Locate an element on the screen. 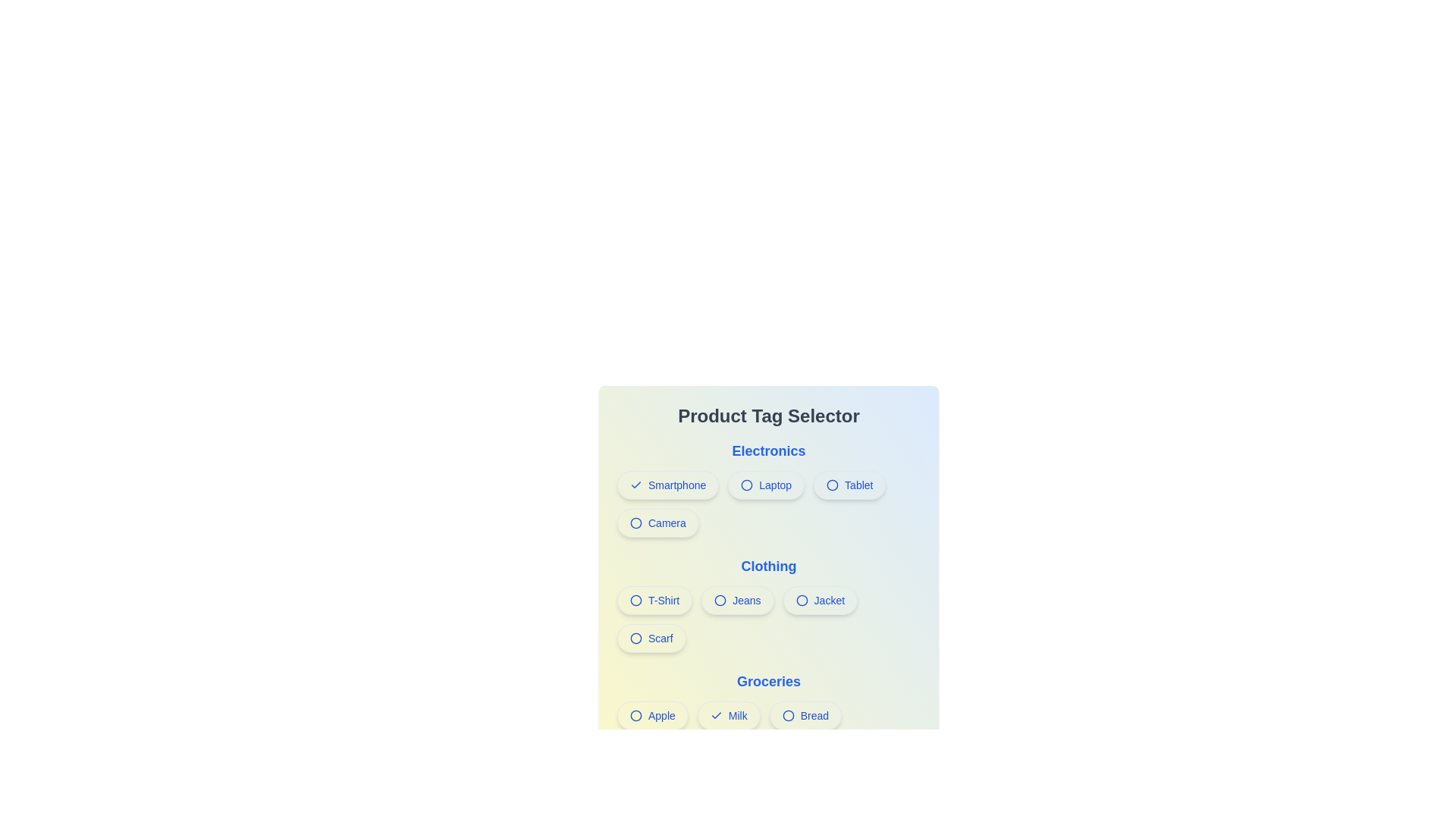  the SVG graphical element (circle) that indicates the selection state of the 'Laptop' option within the 'Electronics' category is located at coordinates (747, 485).